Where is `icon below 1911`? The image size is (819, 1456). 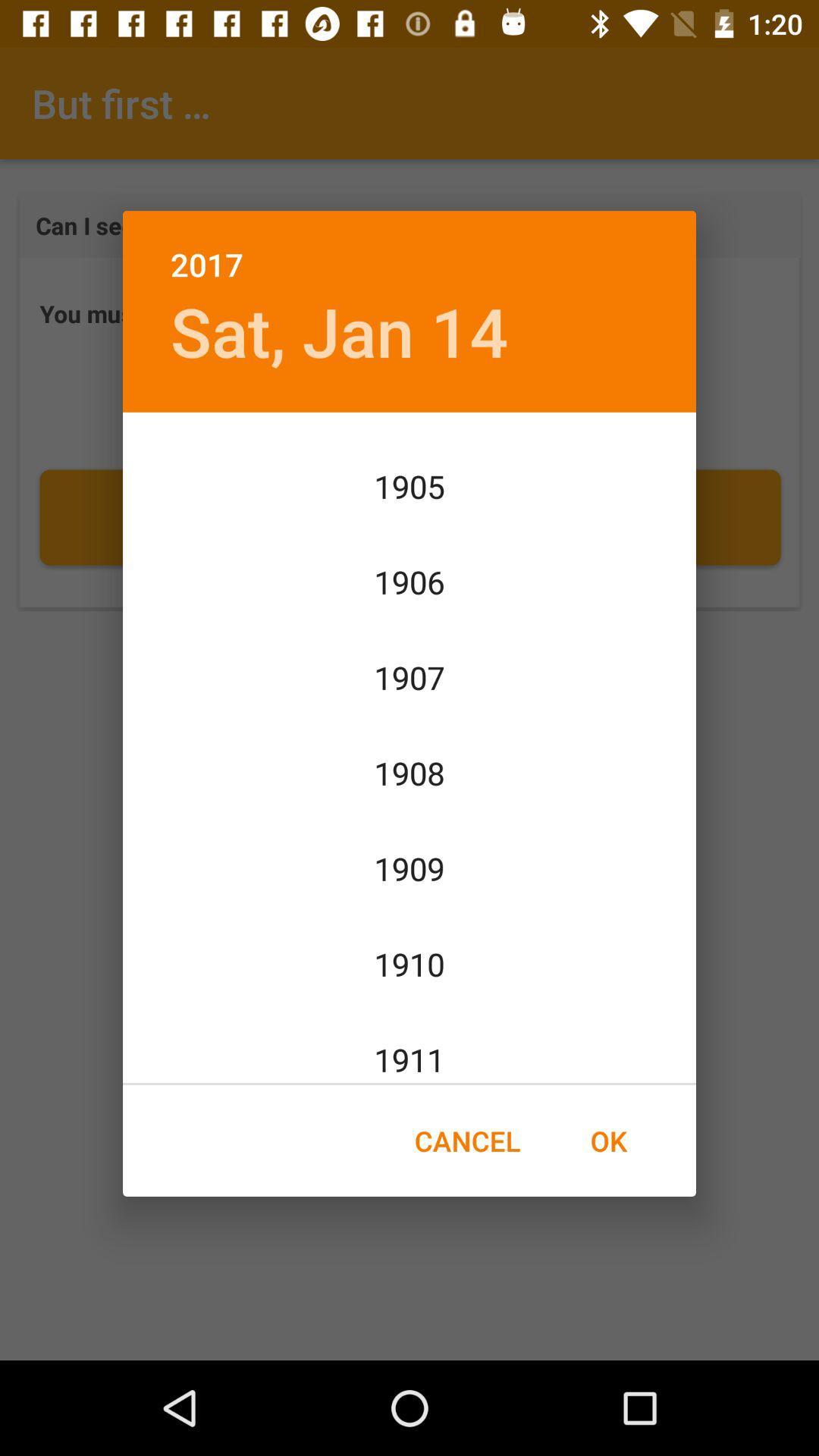 icon below 1911 is located at coordinates (607, 1141).